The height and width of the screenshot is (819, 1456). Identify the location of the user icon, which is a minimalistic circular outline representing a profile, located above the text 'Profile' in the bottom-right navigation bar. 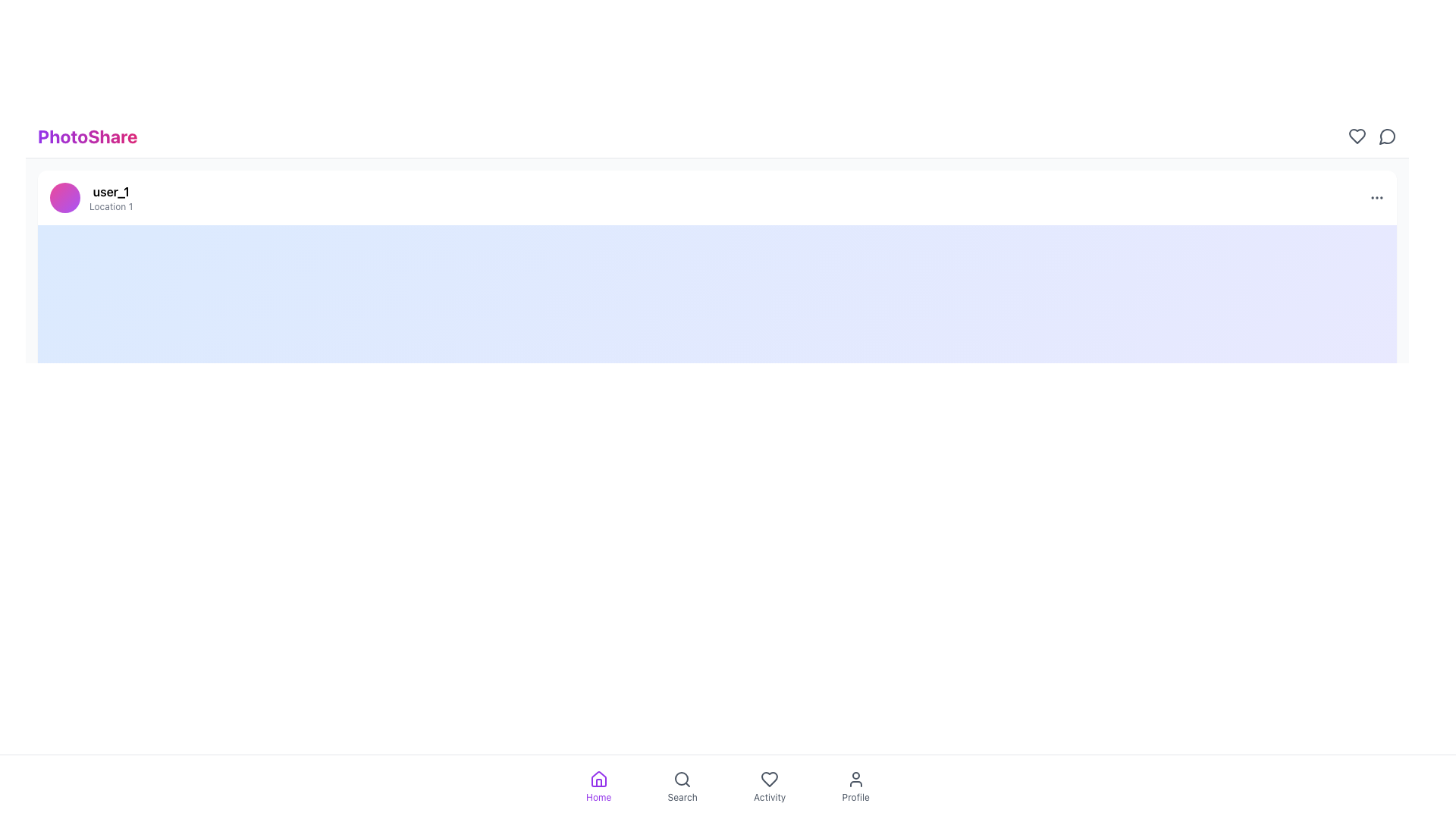
(855, 780).